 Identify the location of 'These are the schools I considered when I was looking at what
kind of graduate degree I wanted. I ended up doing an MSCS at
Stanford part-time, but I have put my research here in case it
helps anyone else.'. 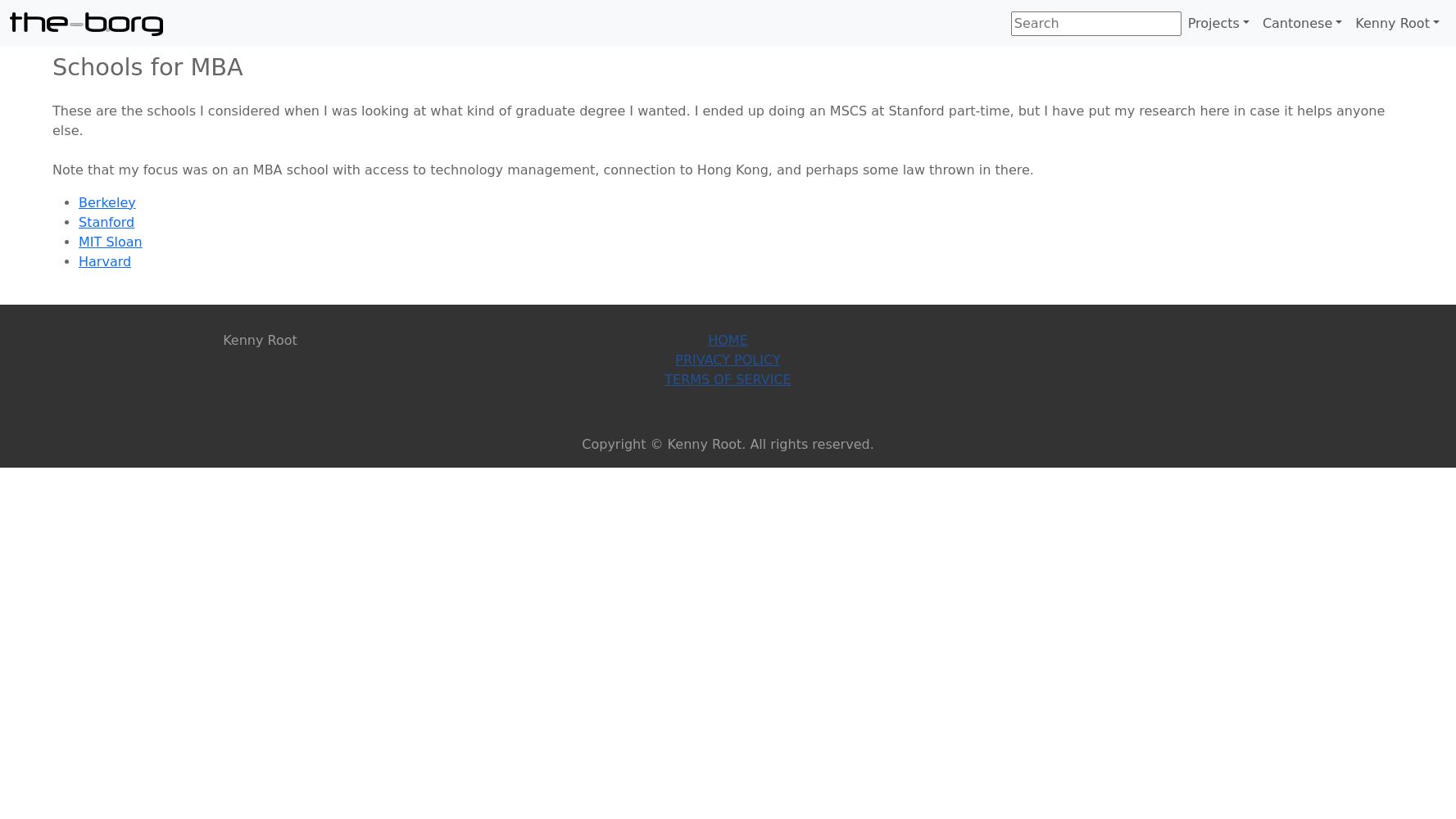
(717, 120).